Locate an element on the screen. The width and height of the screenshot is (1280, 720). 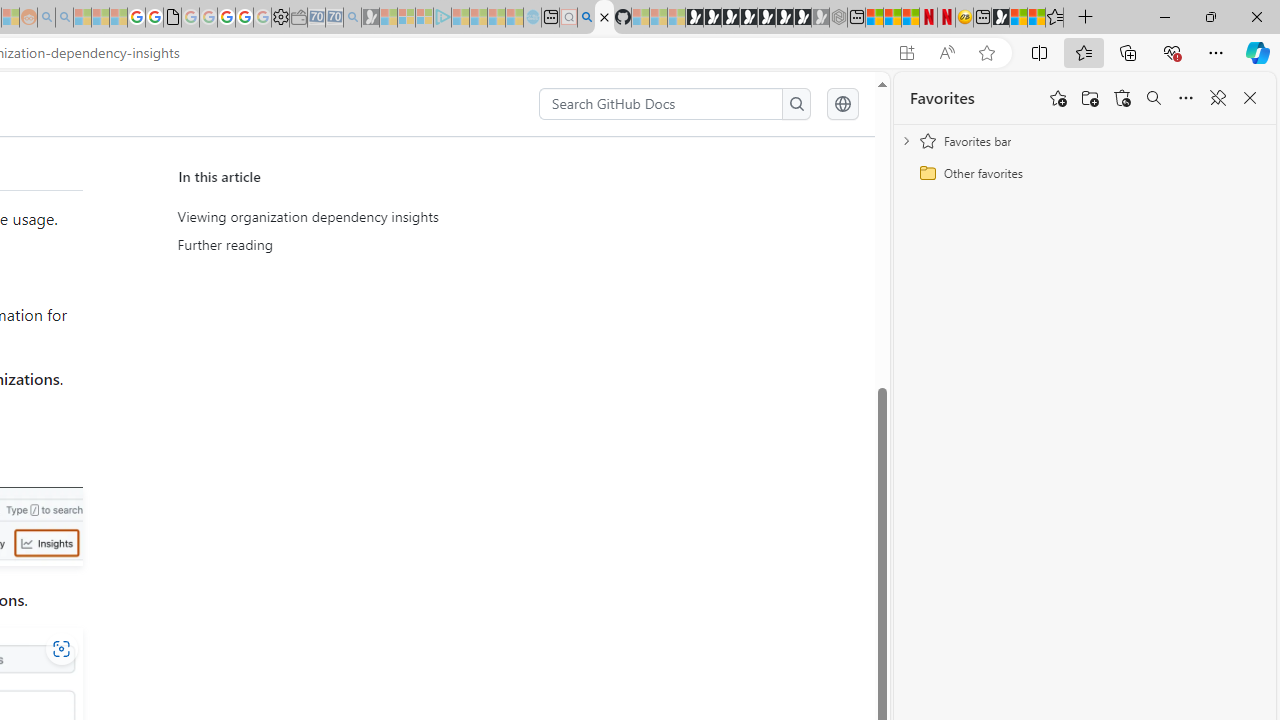
'Search GitHub Docs' is located at coordinates (661, 104).